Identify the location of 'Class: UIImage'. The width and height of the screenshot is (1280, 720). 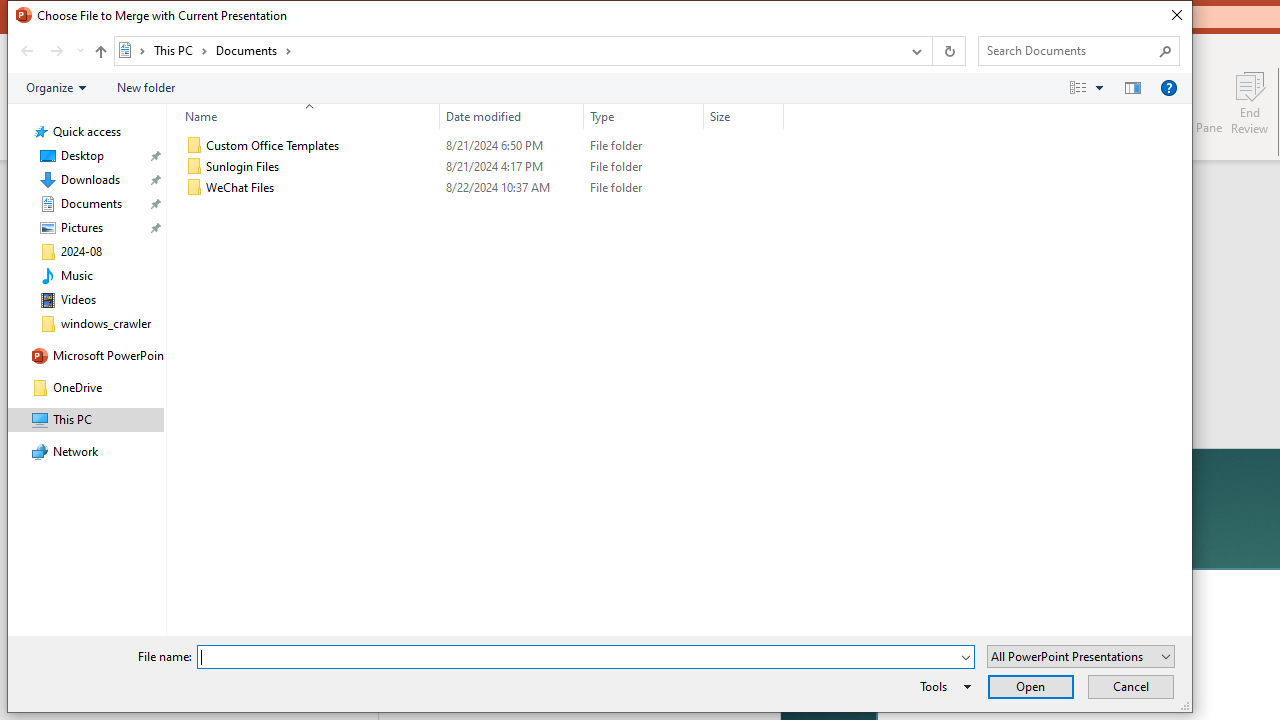
(194, 187).